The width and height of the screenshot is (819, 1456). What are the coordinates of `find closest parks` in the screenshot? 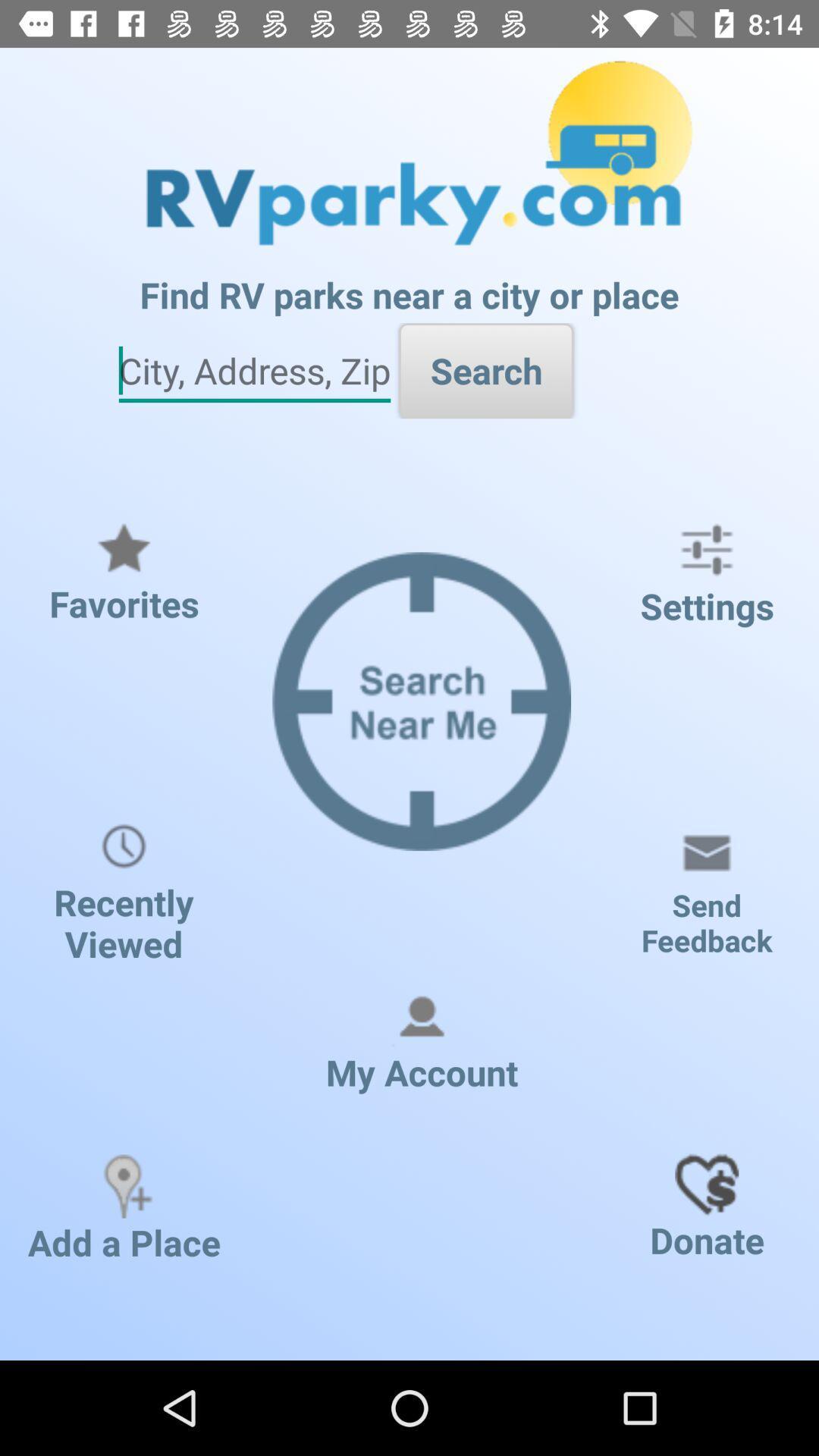 It's located at (253, 371).